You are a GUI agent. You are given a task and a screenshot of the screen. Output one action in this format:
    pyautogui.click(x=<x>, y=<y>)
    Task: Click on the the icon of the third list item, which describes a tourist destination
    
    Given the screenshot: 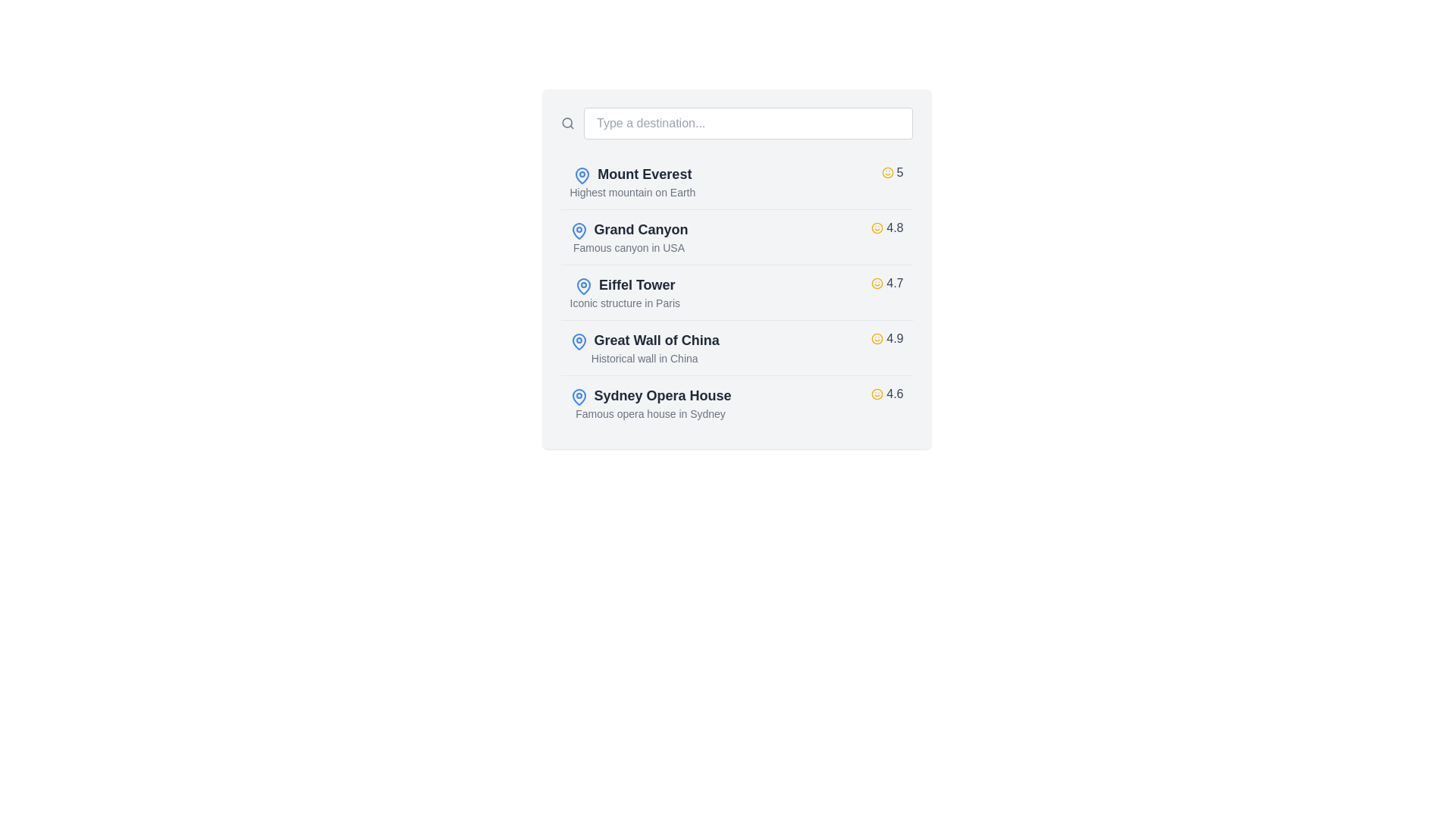 What is the action you would take?
    pyautogui.click(x=625, y=292)
    